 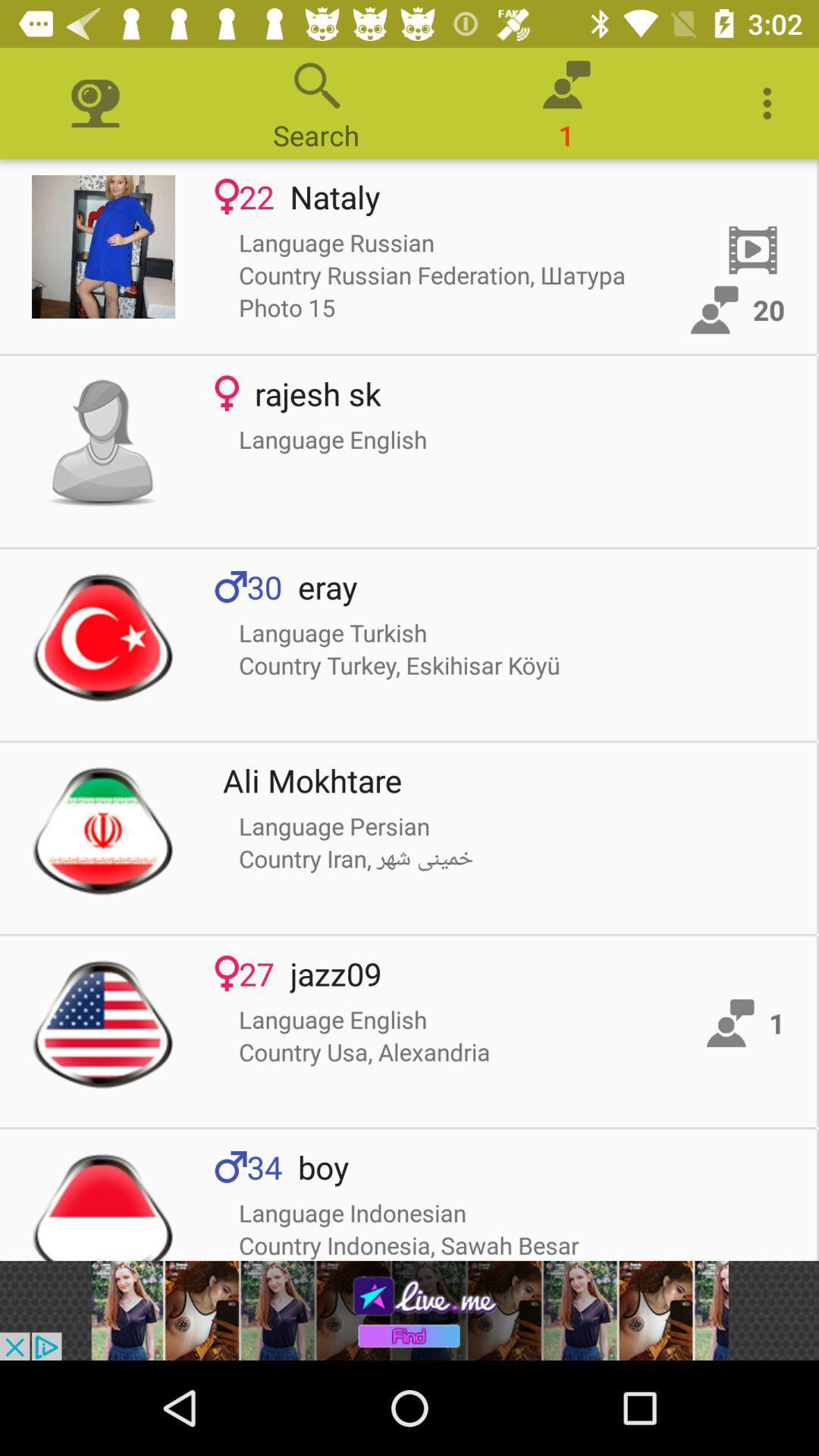 I want to click on open profile of nataly, so click(x=102, y=246).